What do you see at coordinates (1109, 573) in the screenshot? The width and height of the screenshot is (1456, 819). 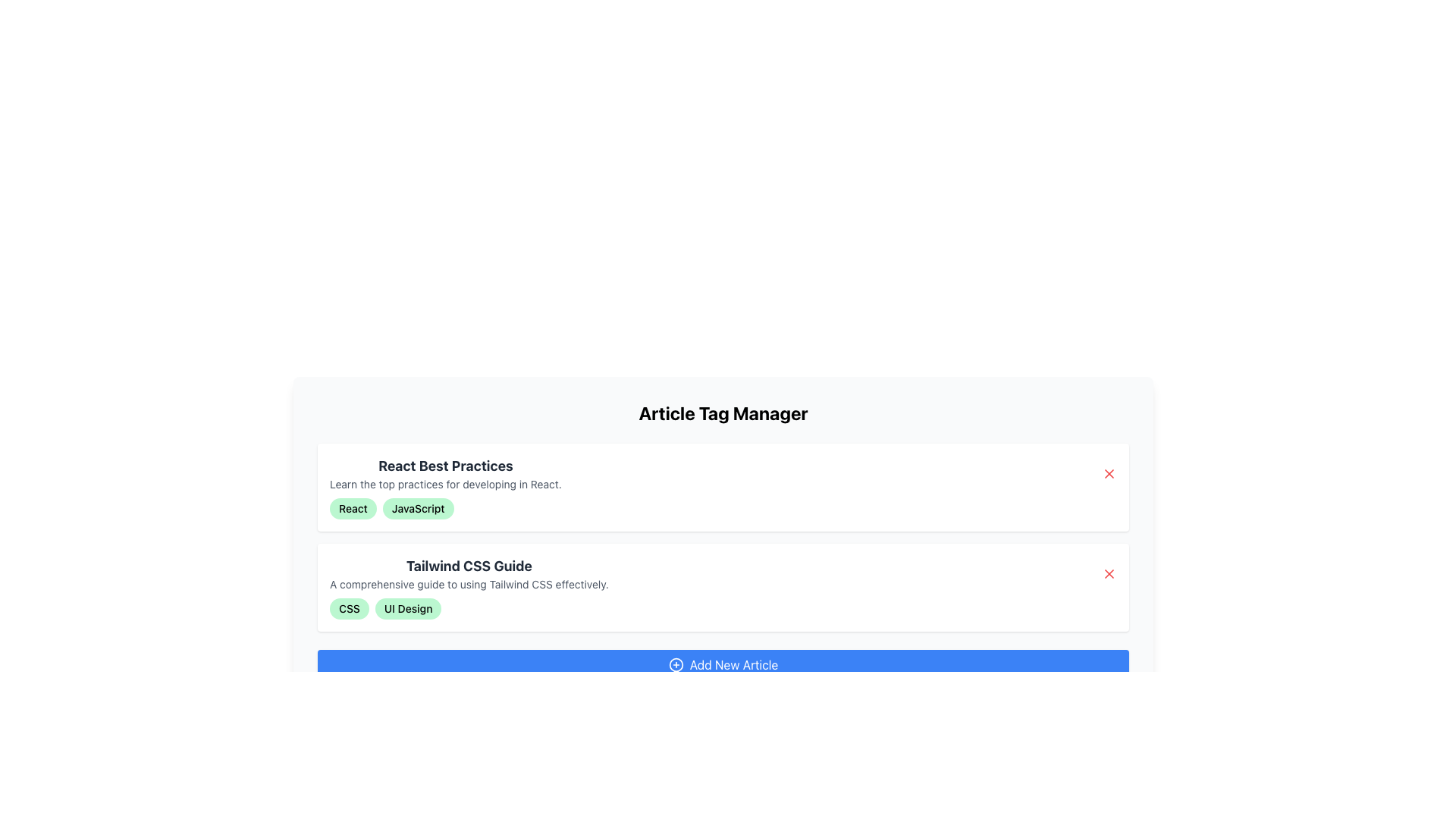 I see `the close button represented by the 'X' icon in the upper-right corner of the second row containing the 'Tailwind CSS Guide' title and description` at bounding box center [1109, 573].